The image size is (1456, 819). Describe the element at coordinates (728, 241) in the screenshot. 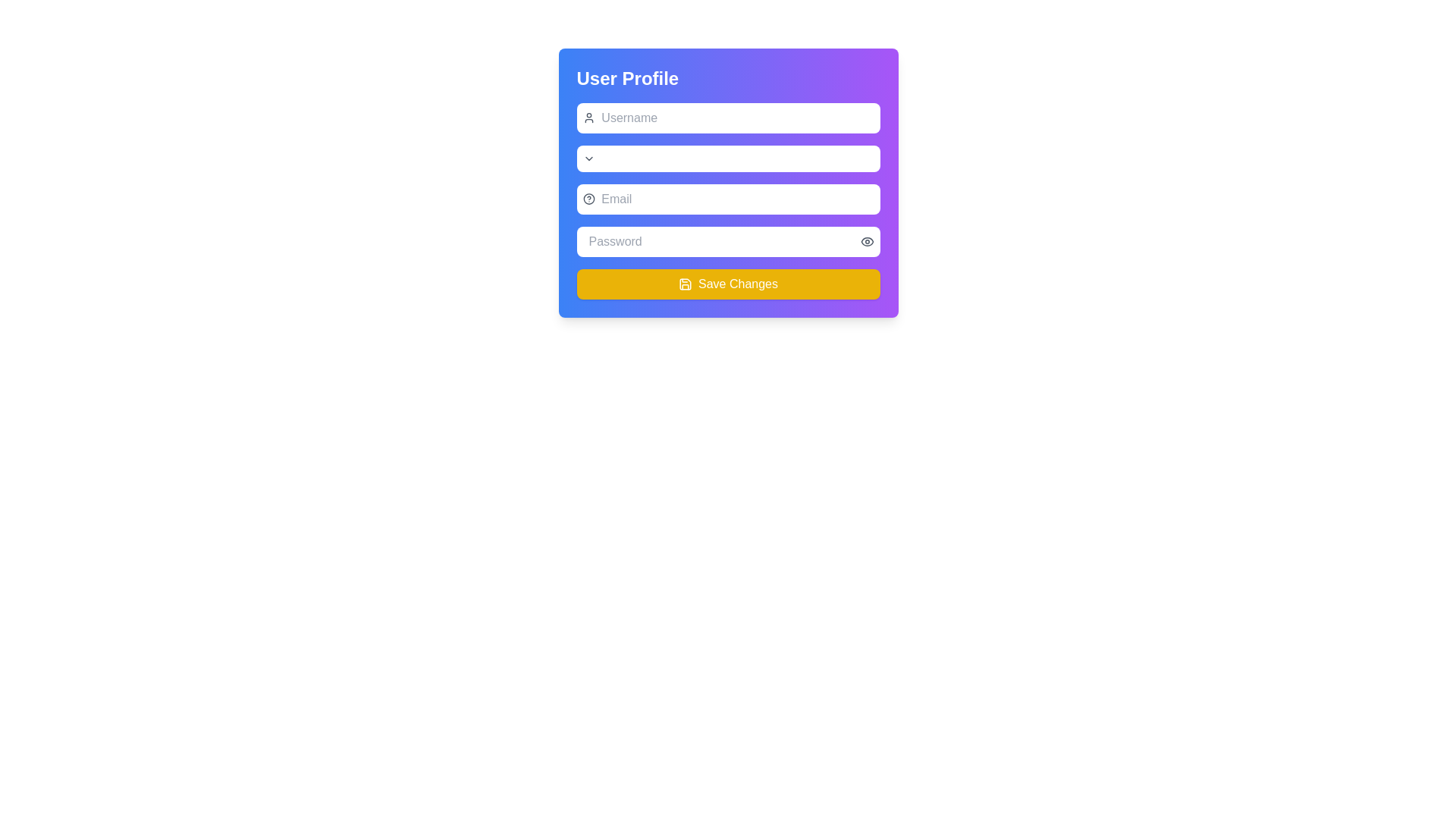

I see `the password input field located in the fourth position of the form layout` at that location.